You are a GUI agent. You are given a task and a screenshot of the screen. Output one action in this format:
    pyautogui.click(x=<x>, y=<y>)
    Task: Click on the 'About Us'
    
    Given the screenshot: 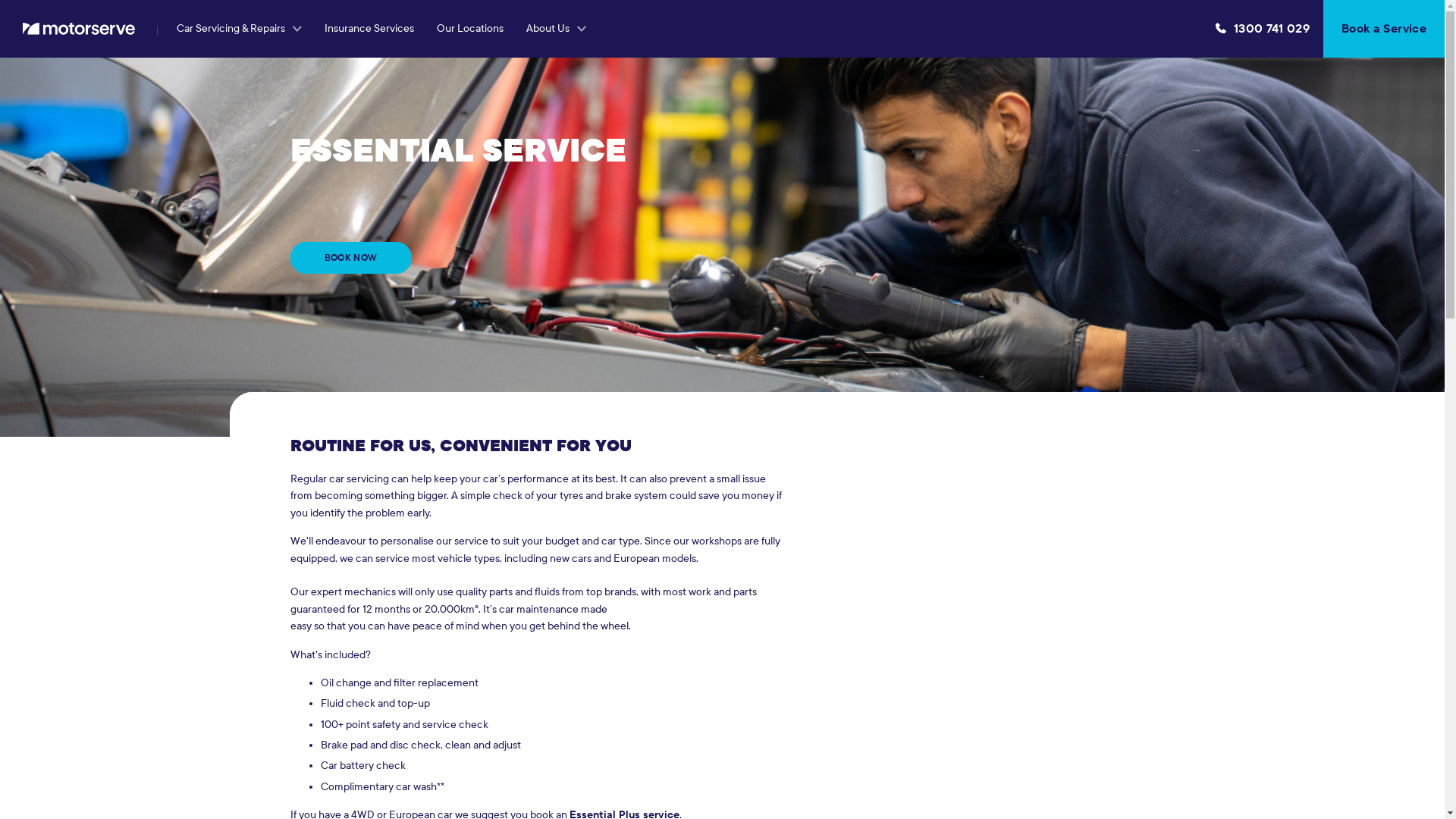 What is the action you would take?
    pyautogui.click(x=514, y=29)
    